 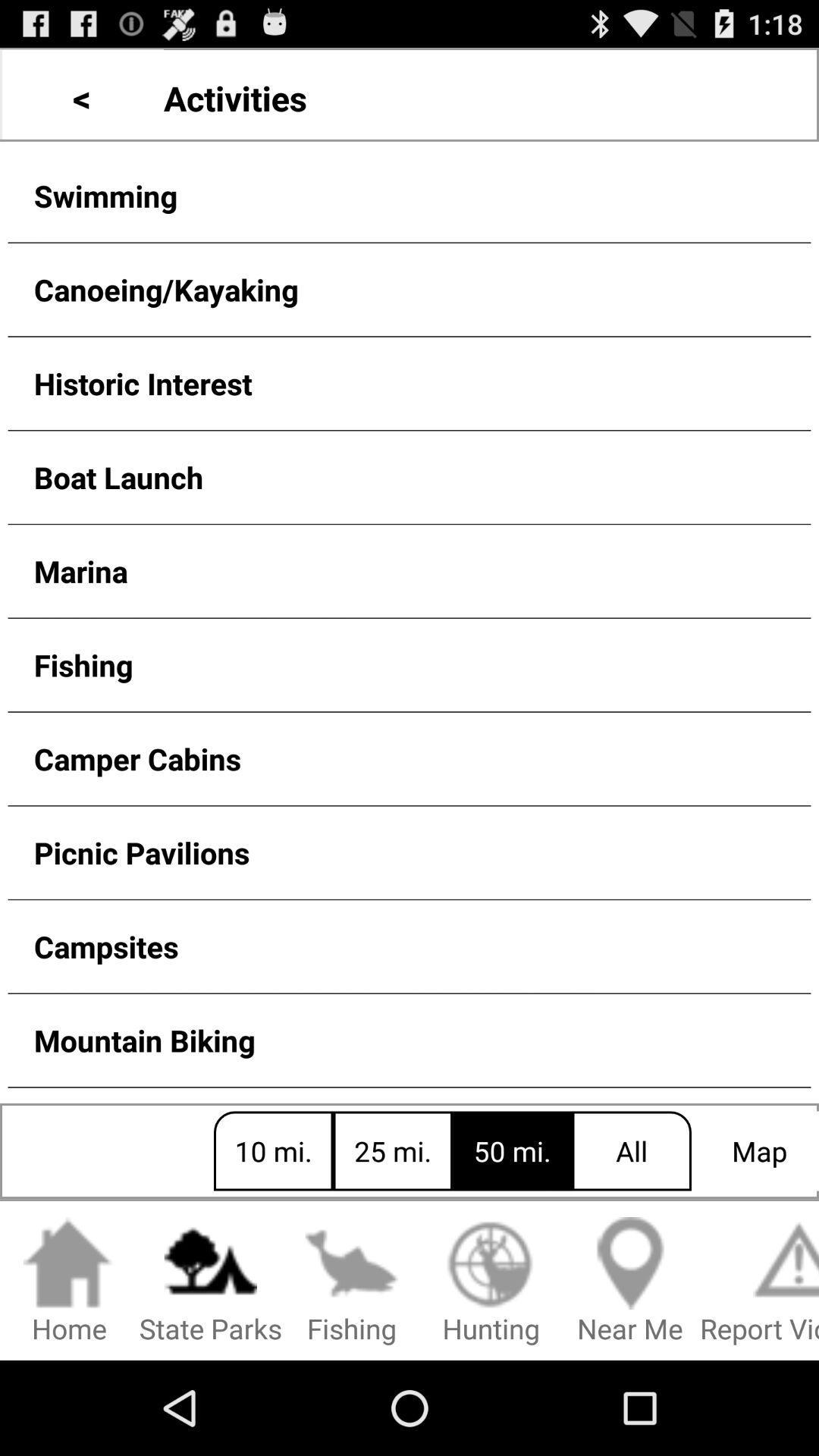 What do you see at coordinates (409, 195) in the screenshot?
I see `the button below <` at bounding box center [409, 195].